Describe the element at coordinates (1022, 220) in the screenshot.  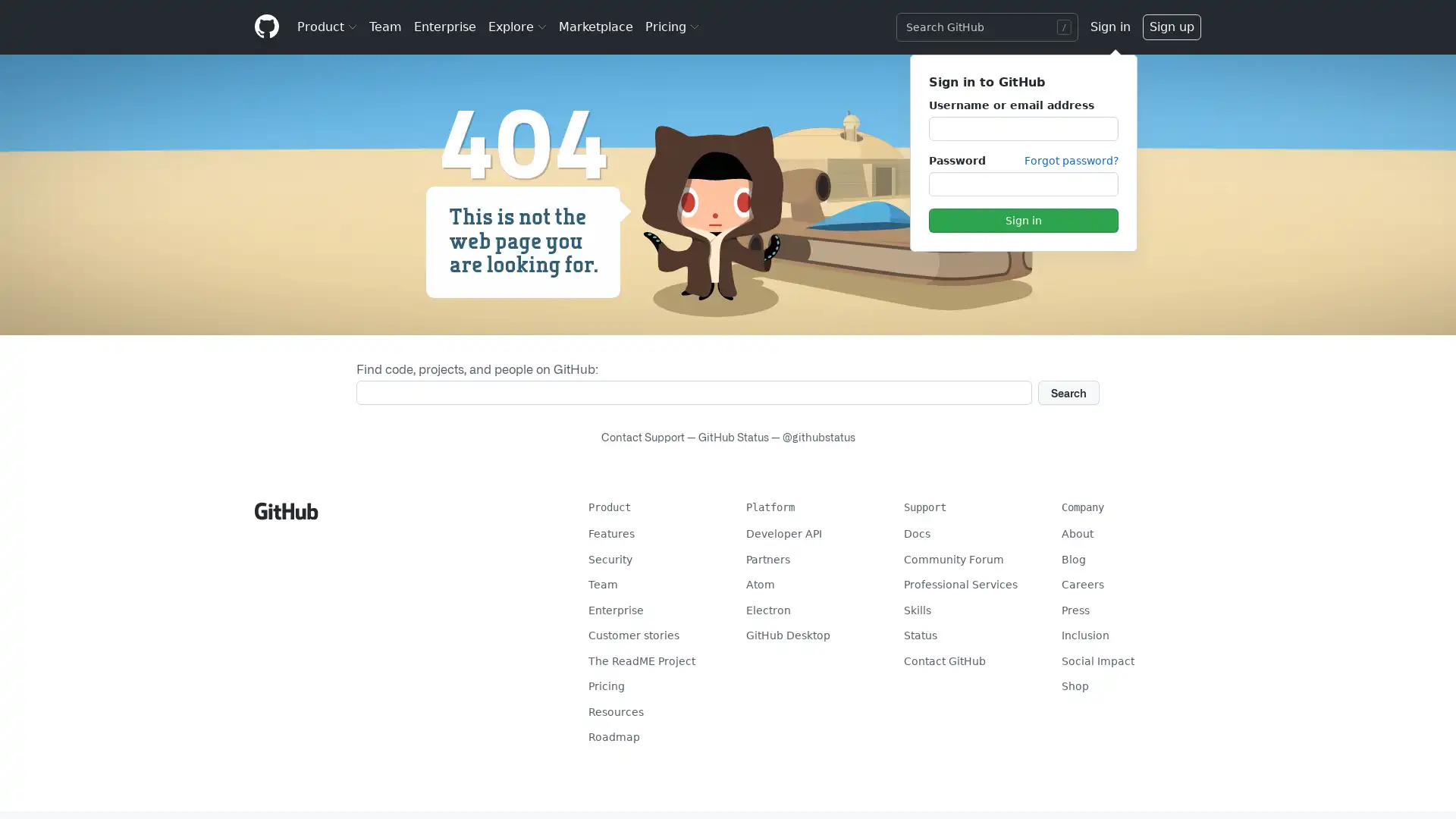
I see `Sign in` at that location.